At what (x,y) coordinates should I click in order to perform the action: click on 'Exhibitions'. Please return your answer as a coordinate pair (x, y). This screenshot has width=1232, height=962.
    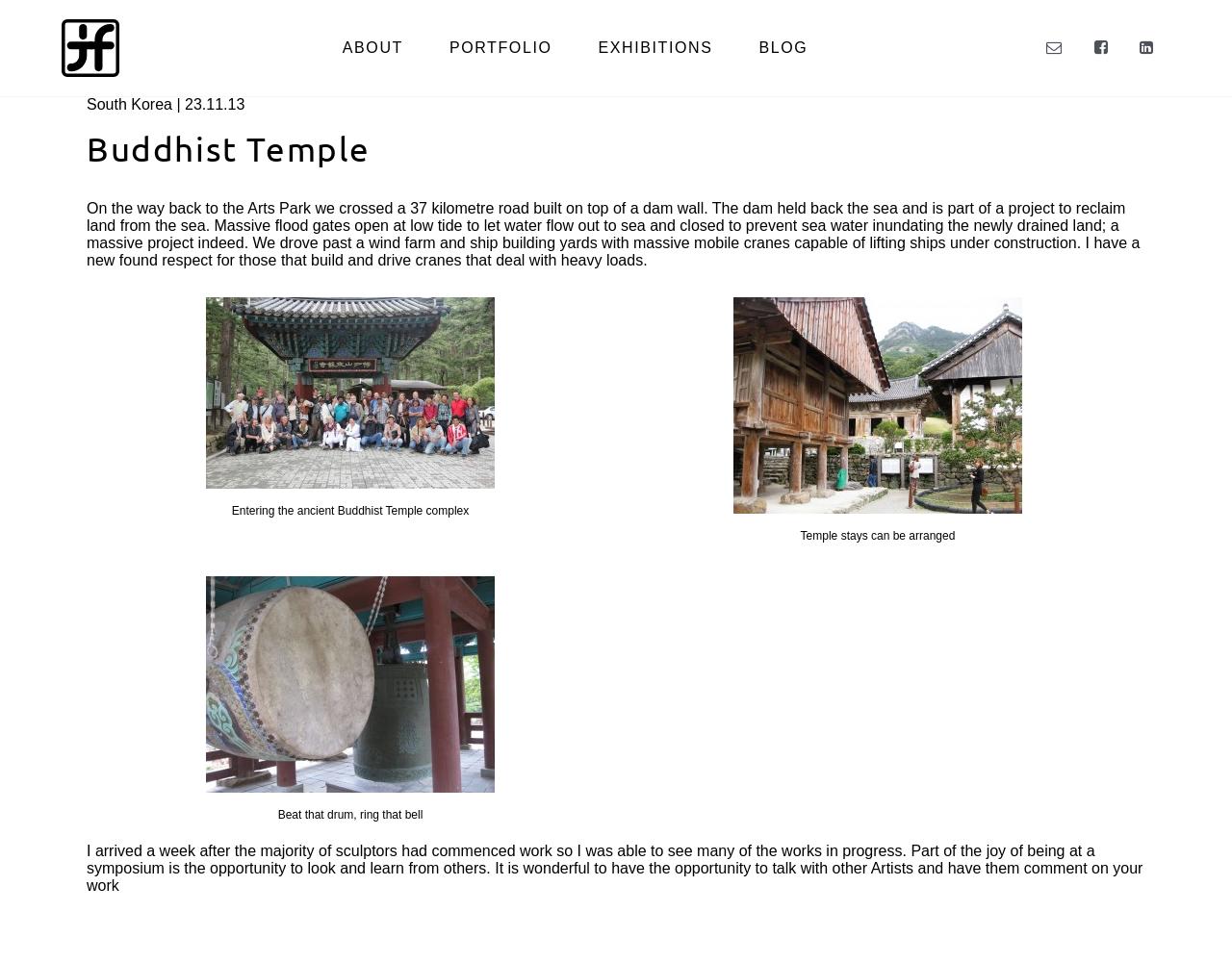
    Looking at the image, I should click on (654, 47).